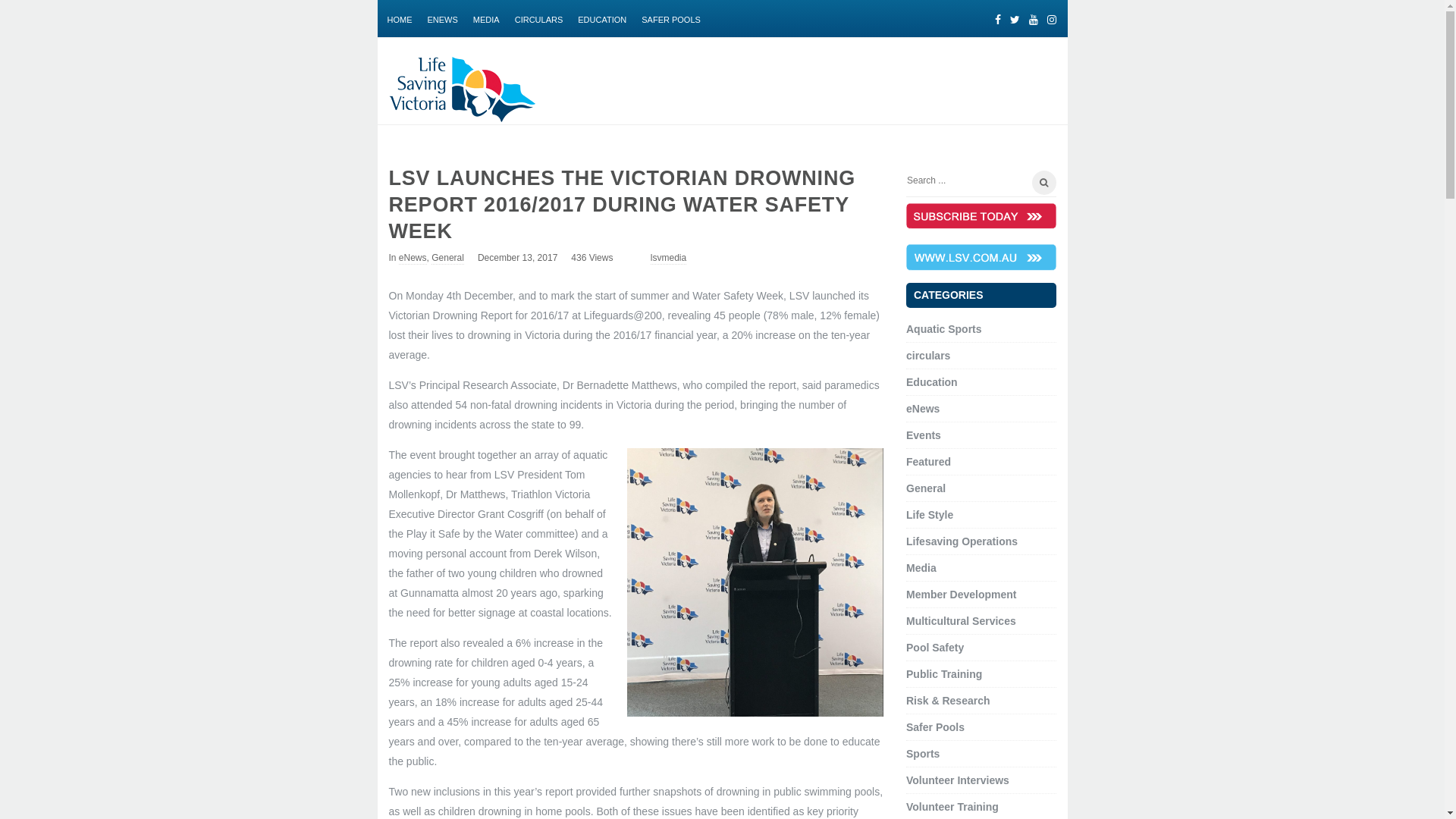  What do you see at coordinates (906, 183) in the screenshot?
I see `'Search for:'` at bounding box center [906, 183].